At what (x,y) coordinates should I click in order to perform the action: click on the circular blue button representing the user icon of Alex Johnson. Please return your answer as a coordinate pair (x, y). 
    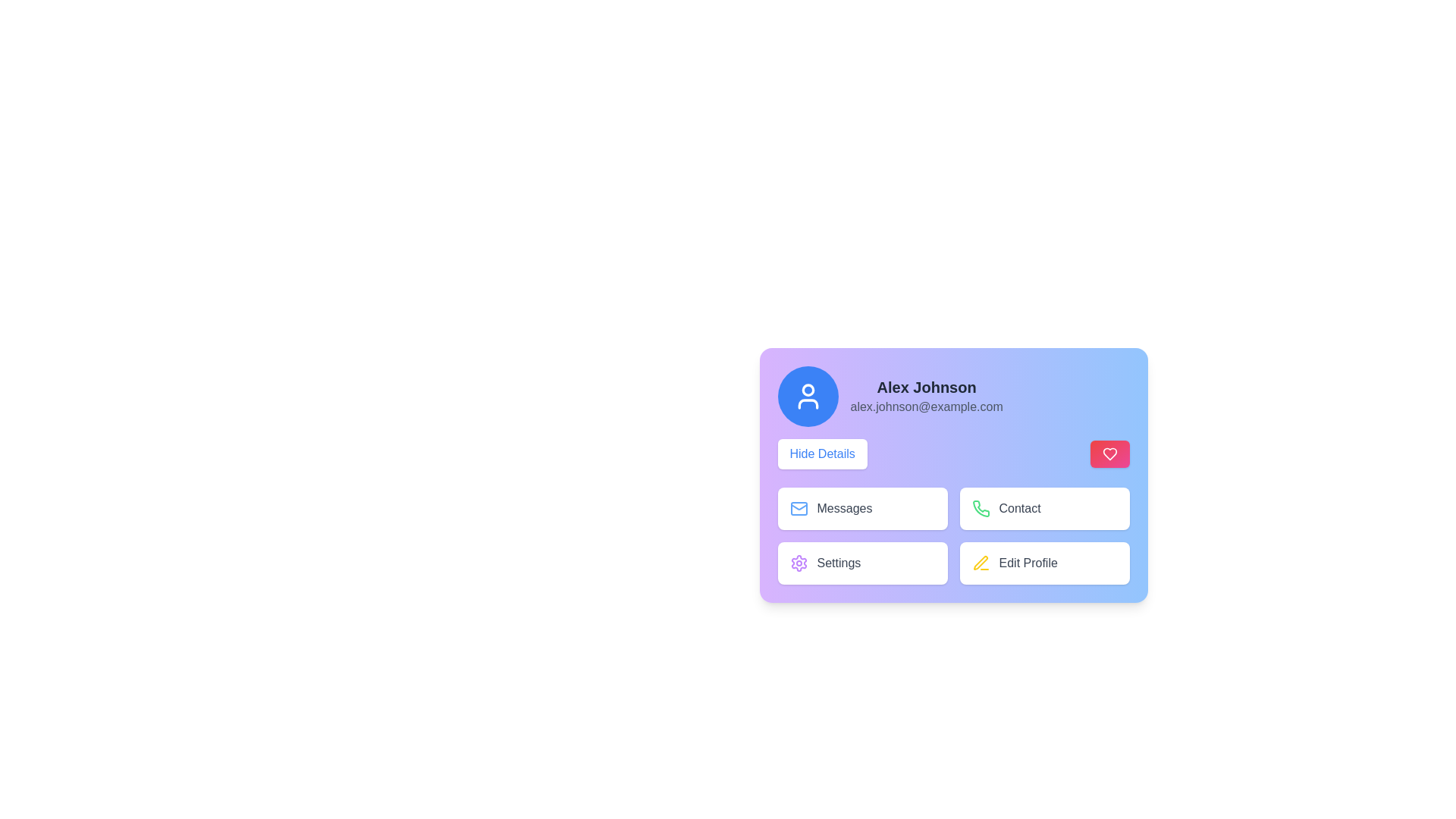
    Looking at the image, I should click on (807, 396).